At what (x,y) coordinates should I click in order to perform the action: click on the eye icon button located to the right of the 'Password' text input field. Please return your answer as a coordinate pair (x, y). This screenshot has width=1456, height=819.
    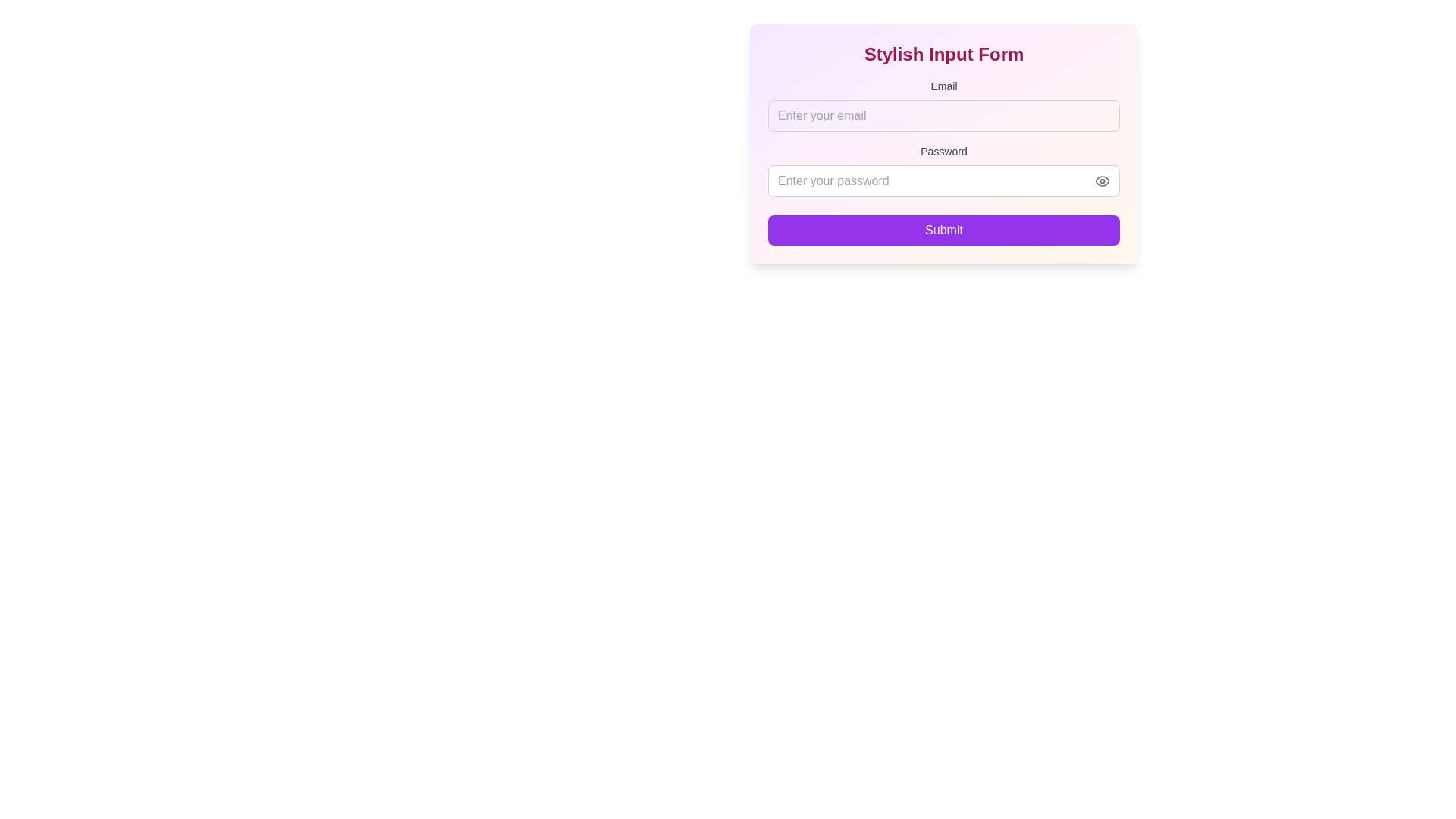
    Looking at the image, I should click on (1103, 180).